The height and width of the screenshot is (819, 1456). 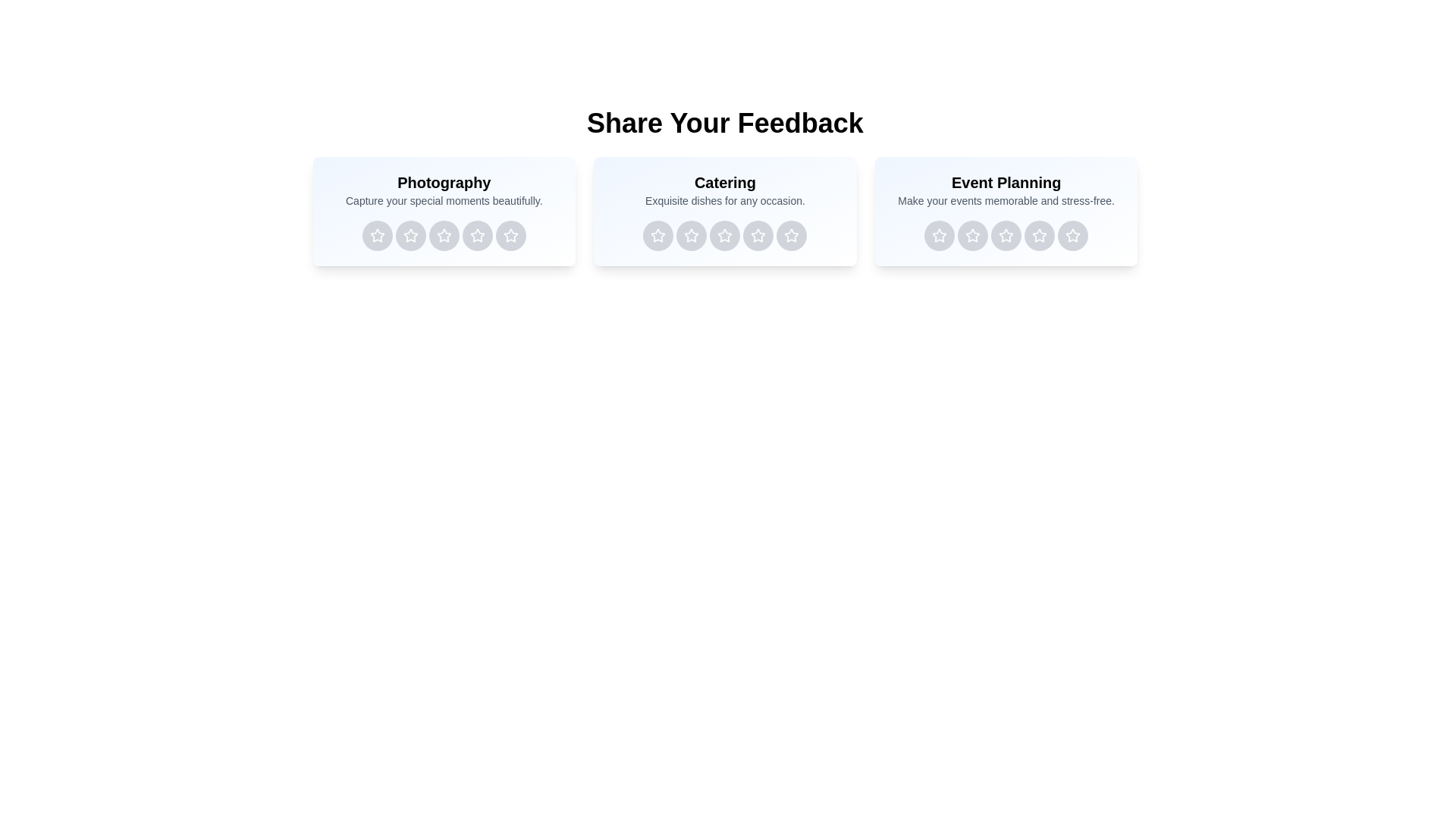 What do you see at coordinates (938, 236) in the screenshot?
I see `the rating button for Event Planning service with 1 stars` at bounding box center [938, 236].